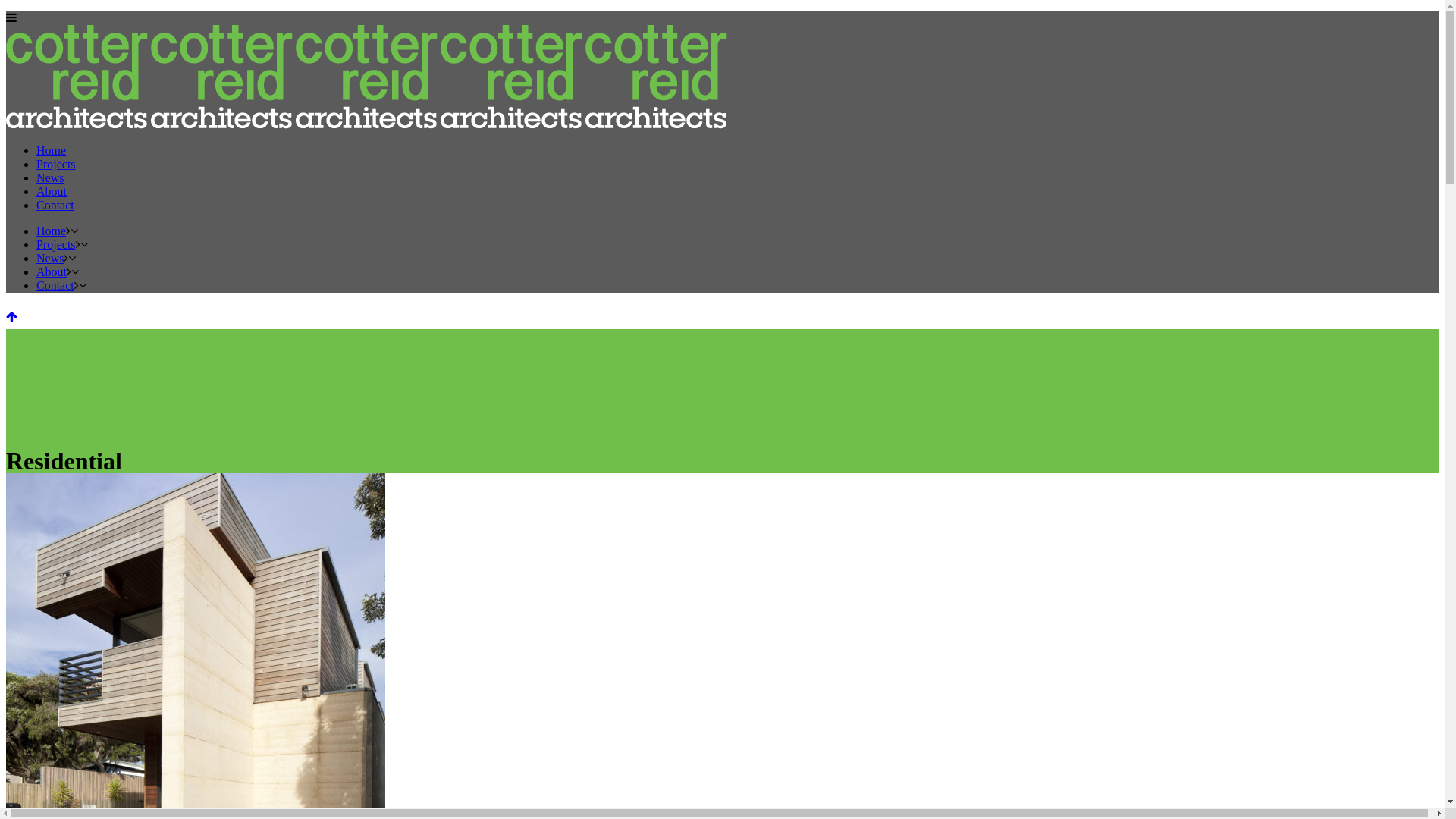  What do you see at coordinates (51, 150) in the screenshot?
I see `'Home'` at bounding box center [51, 150].